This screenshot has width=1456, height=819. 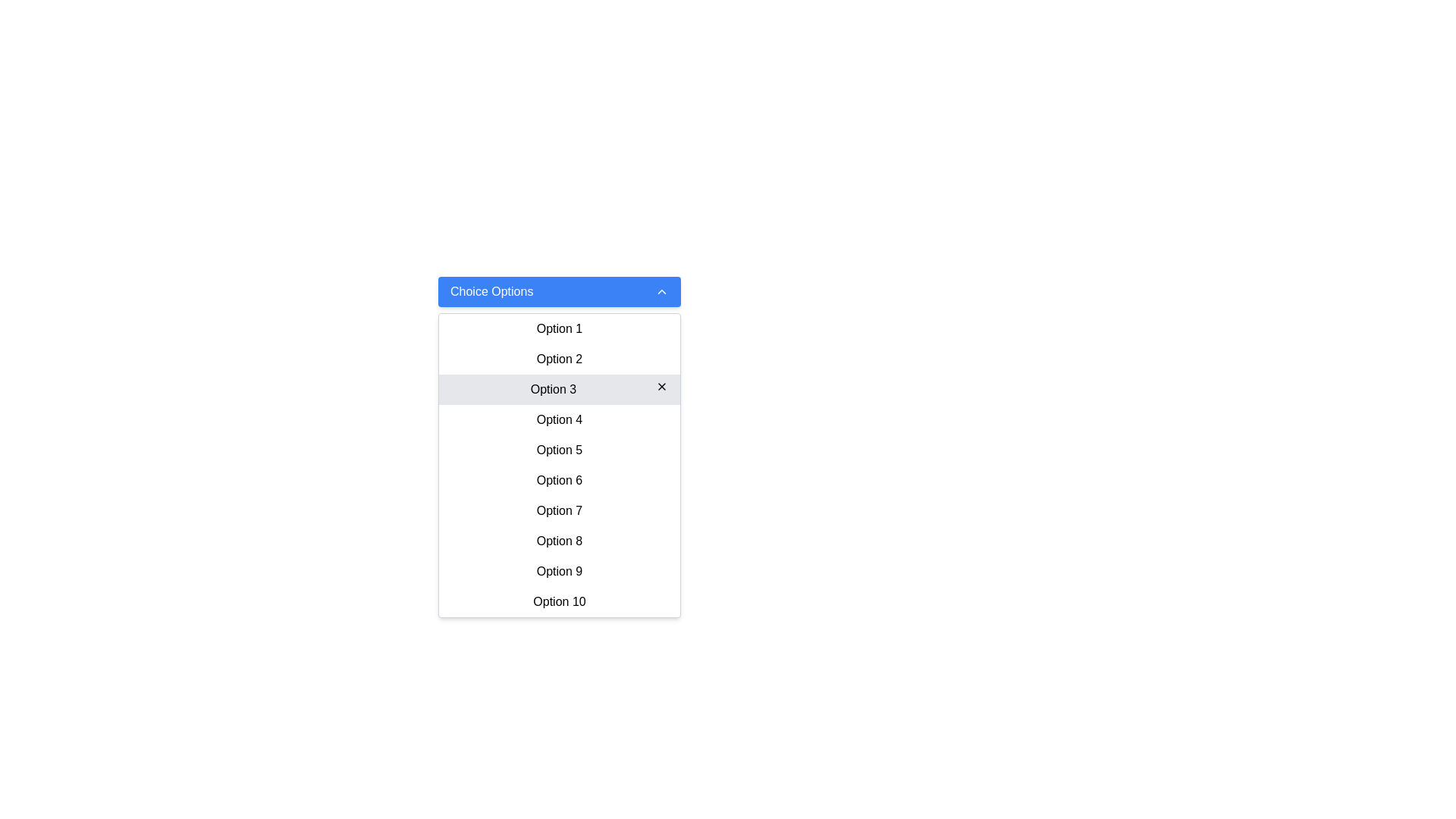 I want to click on the button, so click(x=559, y=601).